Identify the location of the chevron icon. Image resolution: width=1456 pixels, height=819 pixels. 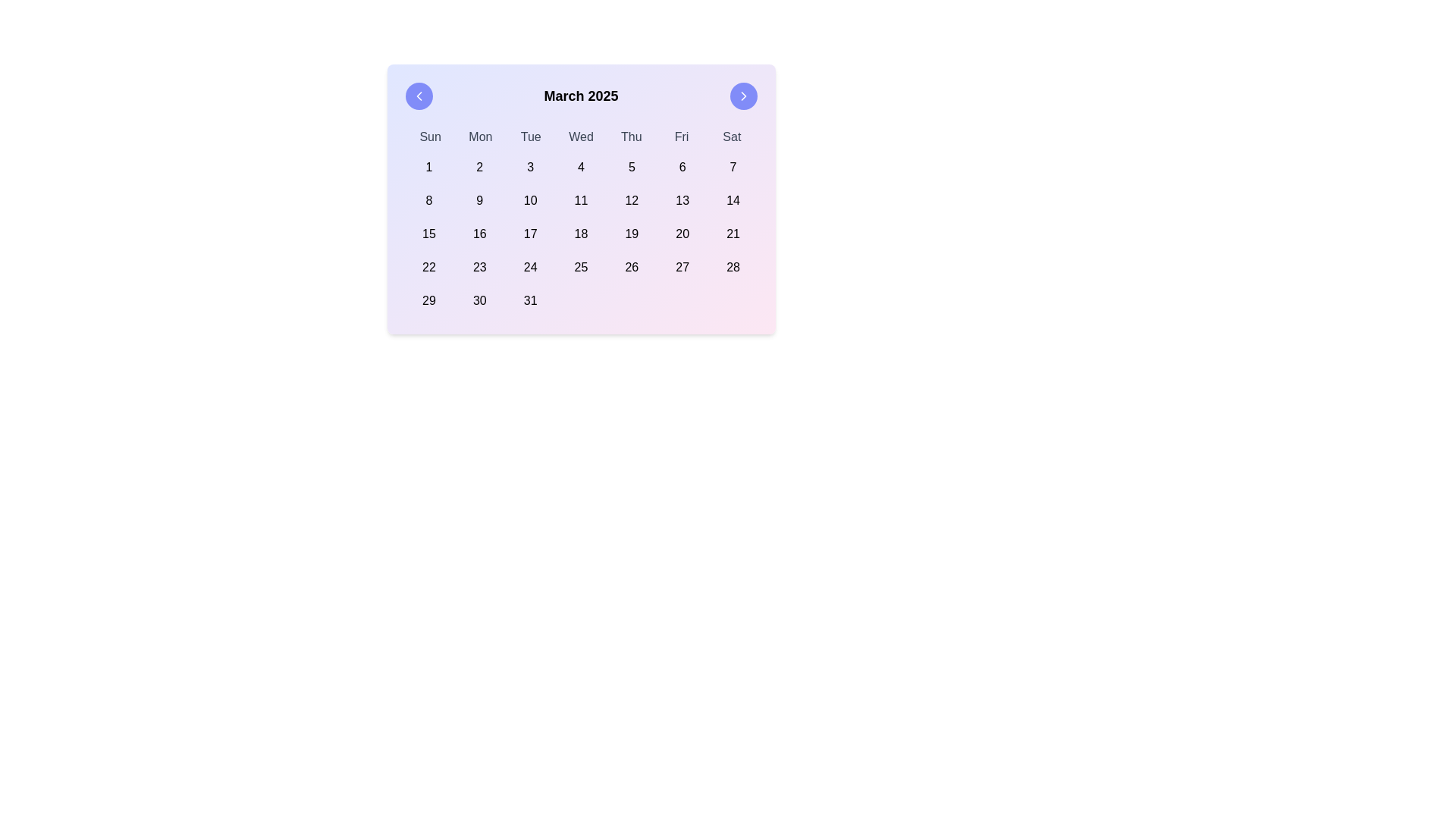
(743, 96).